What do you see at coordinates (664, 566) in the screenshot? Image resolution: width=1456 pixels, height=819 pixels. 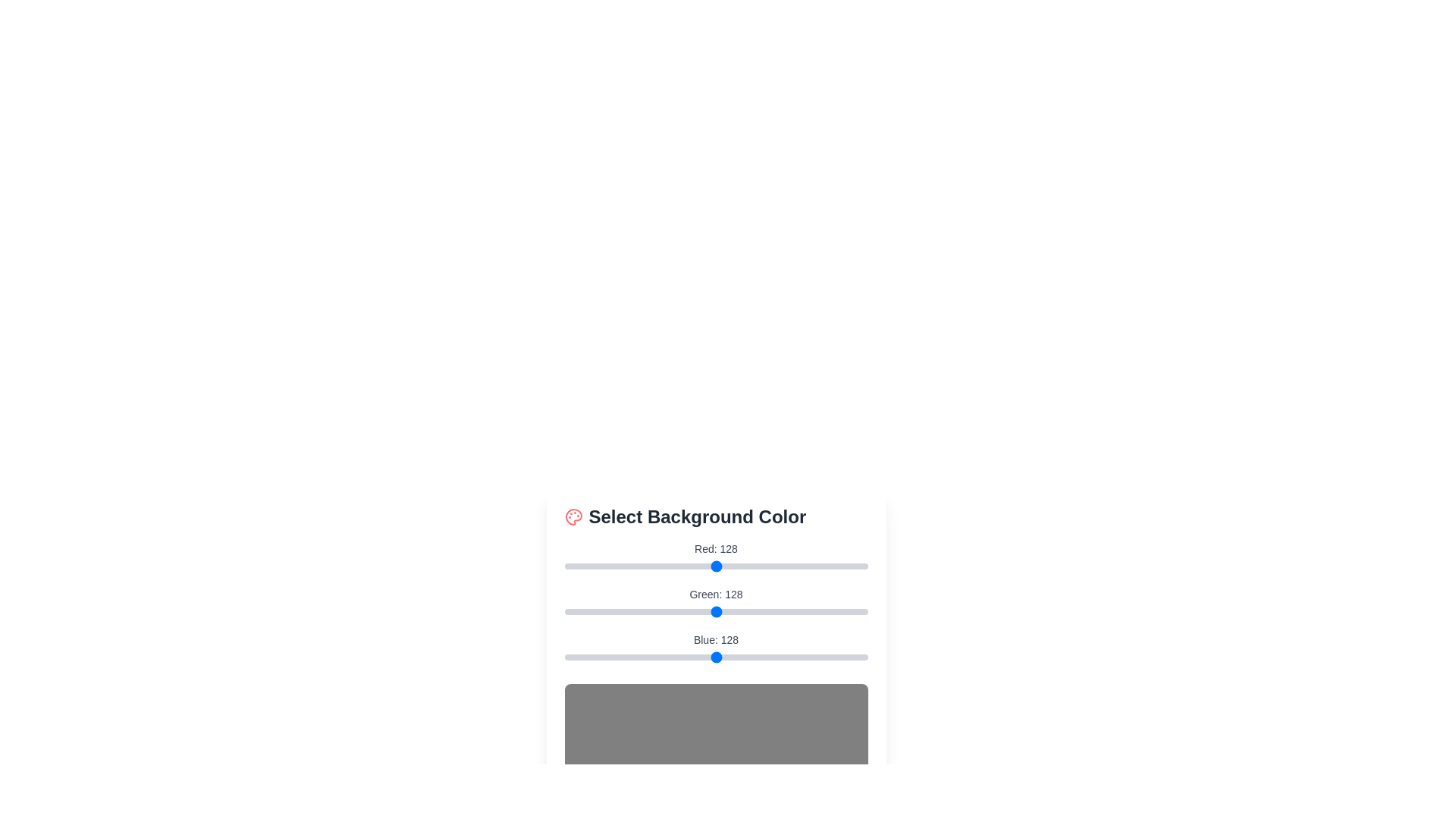 I see `the red slider to 84 to adjust the red component of the background color` at bounding box center [664, 566].